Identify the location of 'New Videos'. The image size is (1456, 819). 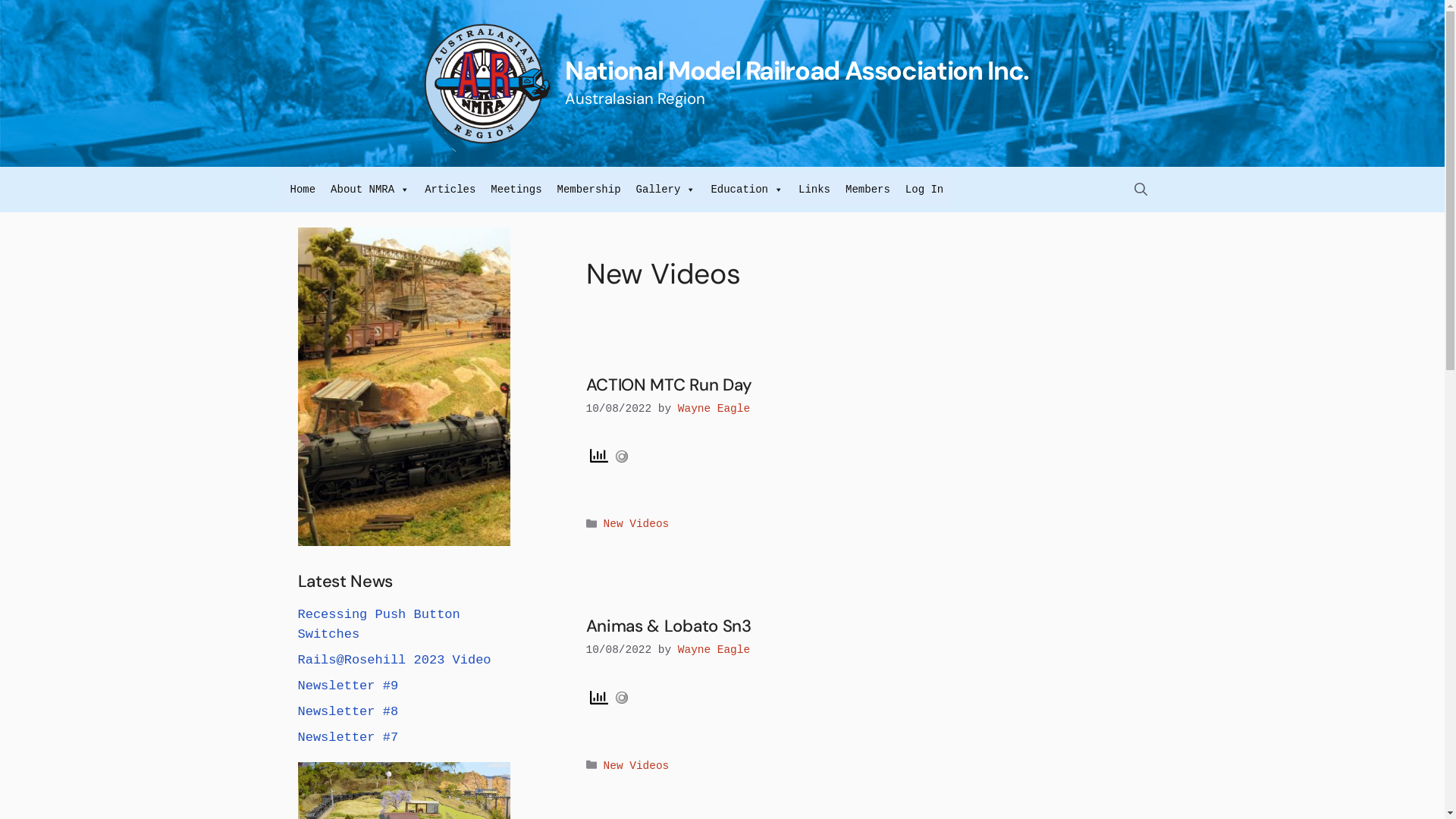
(636, 766).